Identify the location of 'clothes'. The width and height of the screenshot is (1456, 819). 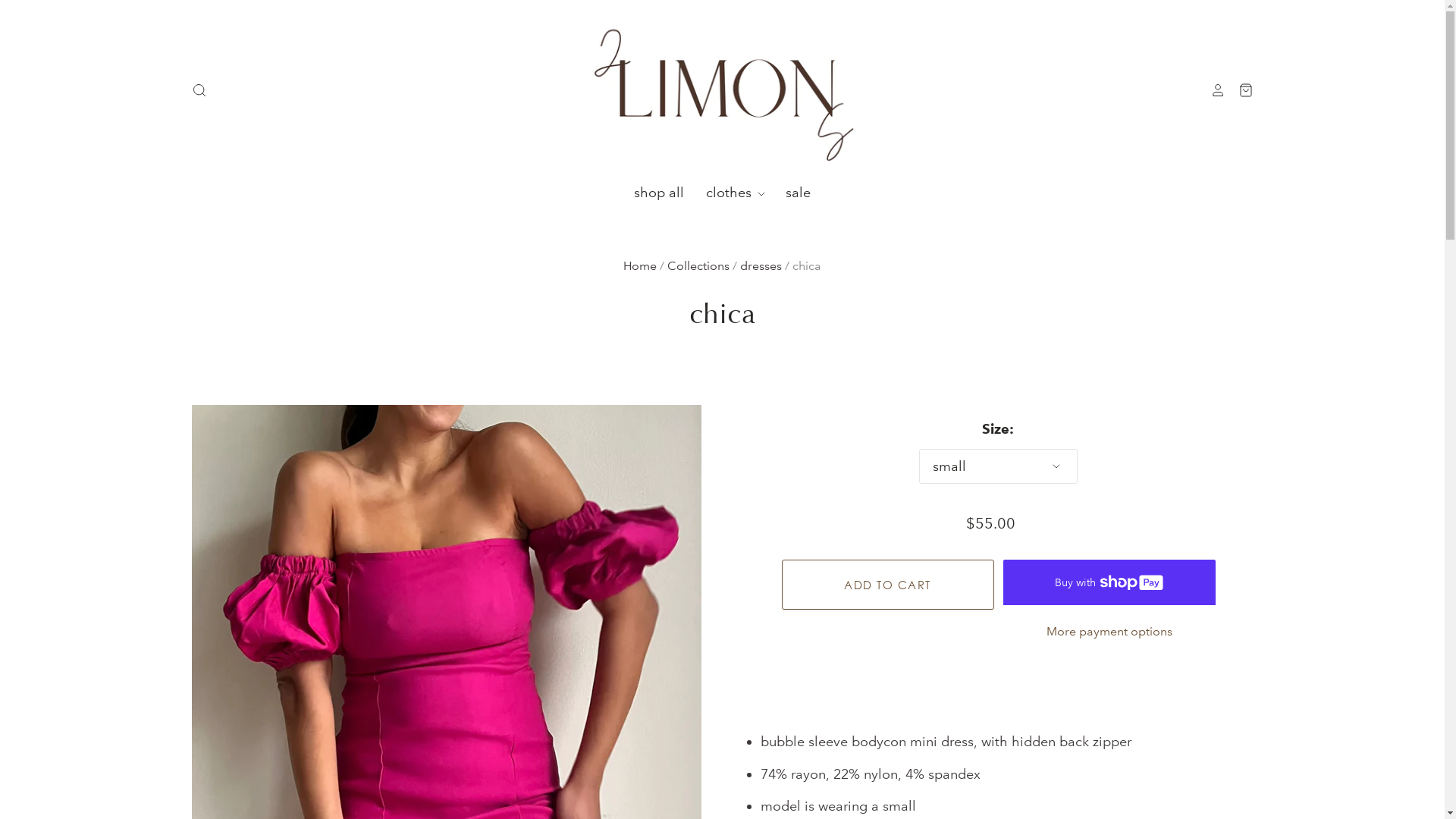
(726, 192).